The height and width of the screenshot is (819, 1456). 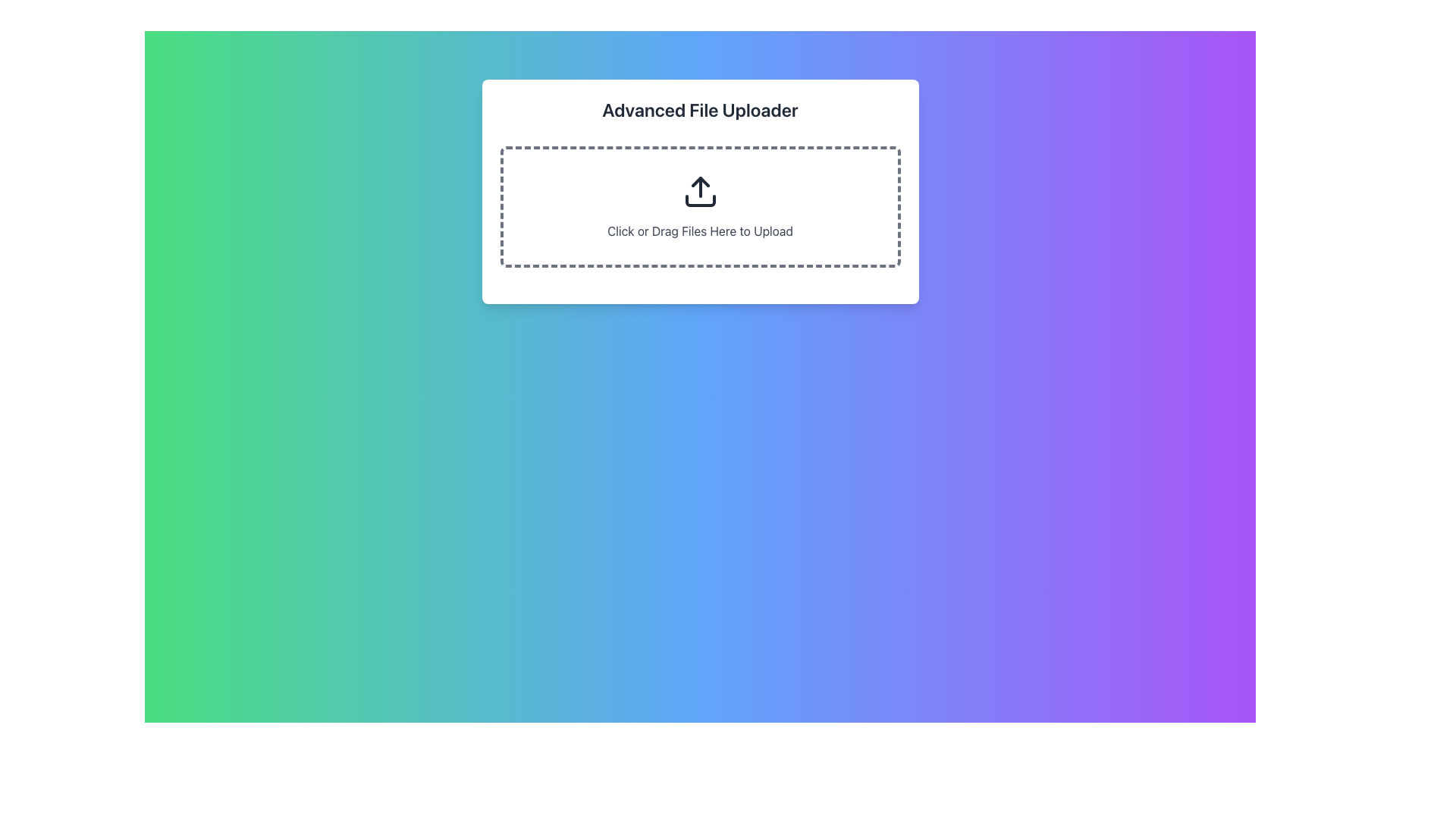 I want to click on the bold headline 'Advanced File Uploader' located at the top of the white card, so click(x=699, y=109).